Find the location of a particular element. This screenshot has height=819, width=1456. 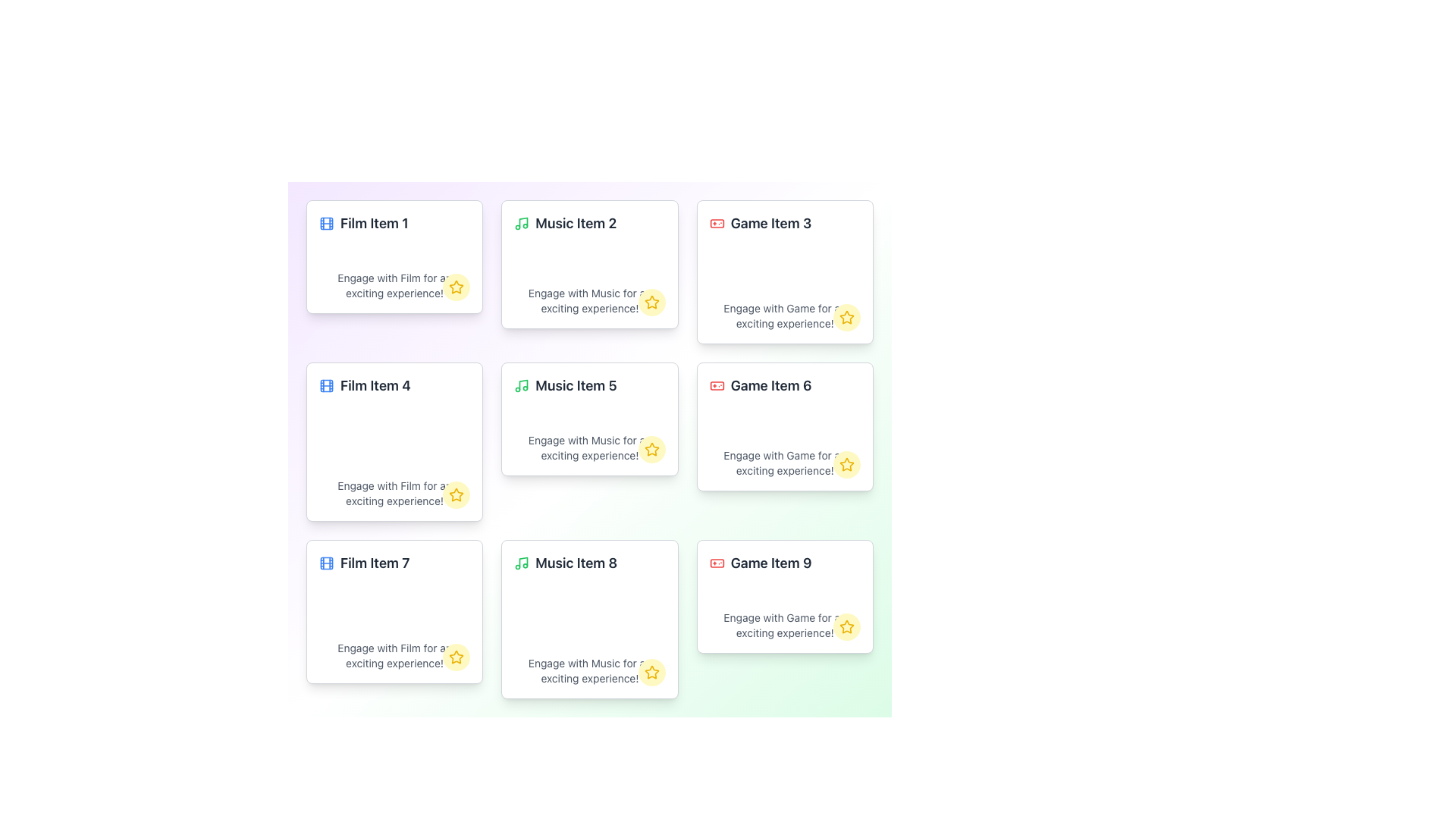

the text label that provides a description or call to action related to the content of the card titled 'Music Item 5', located at the bottom section of the card, centered horizontally is located at coordinates (588, 447).